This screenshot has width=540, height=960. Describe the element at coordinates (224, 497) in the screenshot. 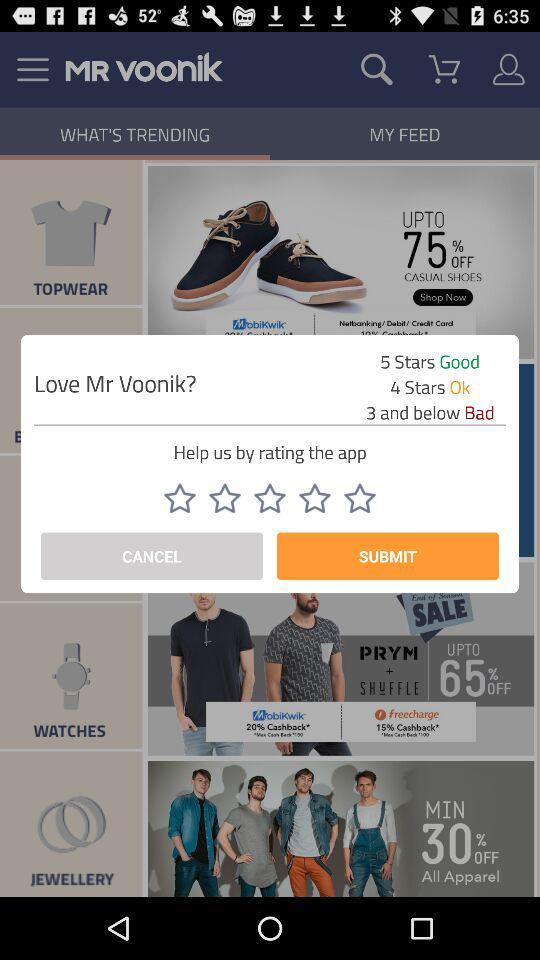

I see `the second star` at that location.